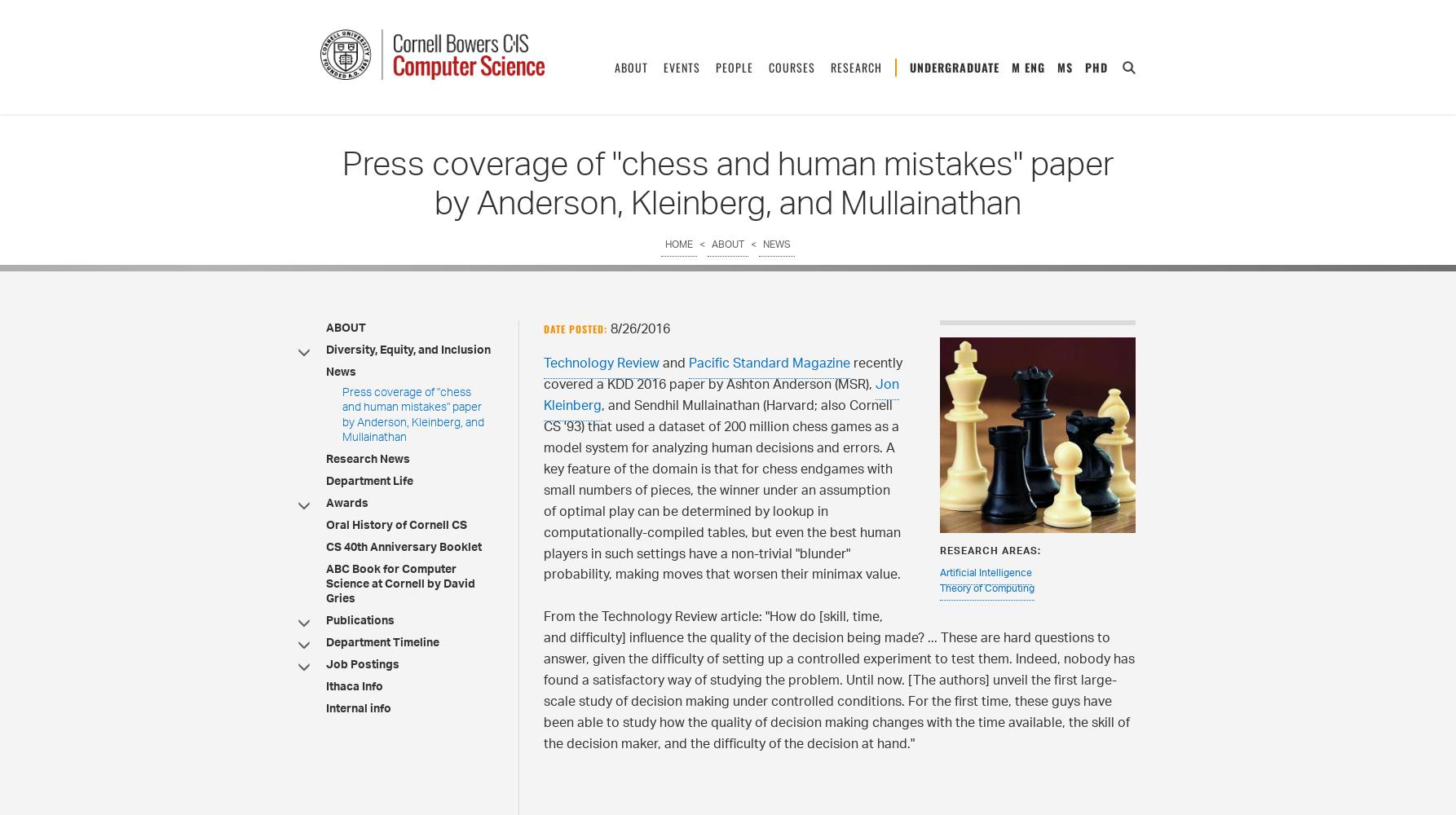  Describe the element at coordinates (677, 244) in the screenshot. I see `'Home'` at that location.